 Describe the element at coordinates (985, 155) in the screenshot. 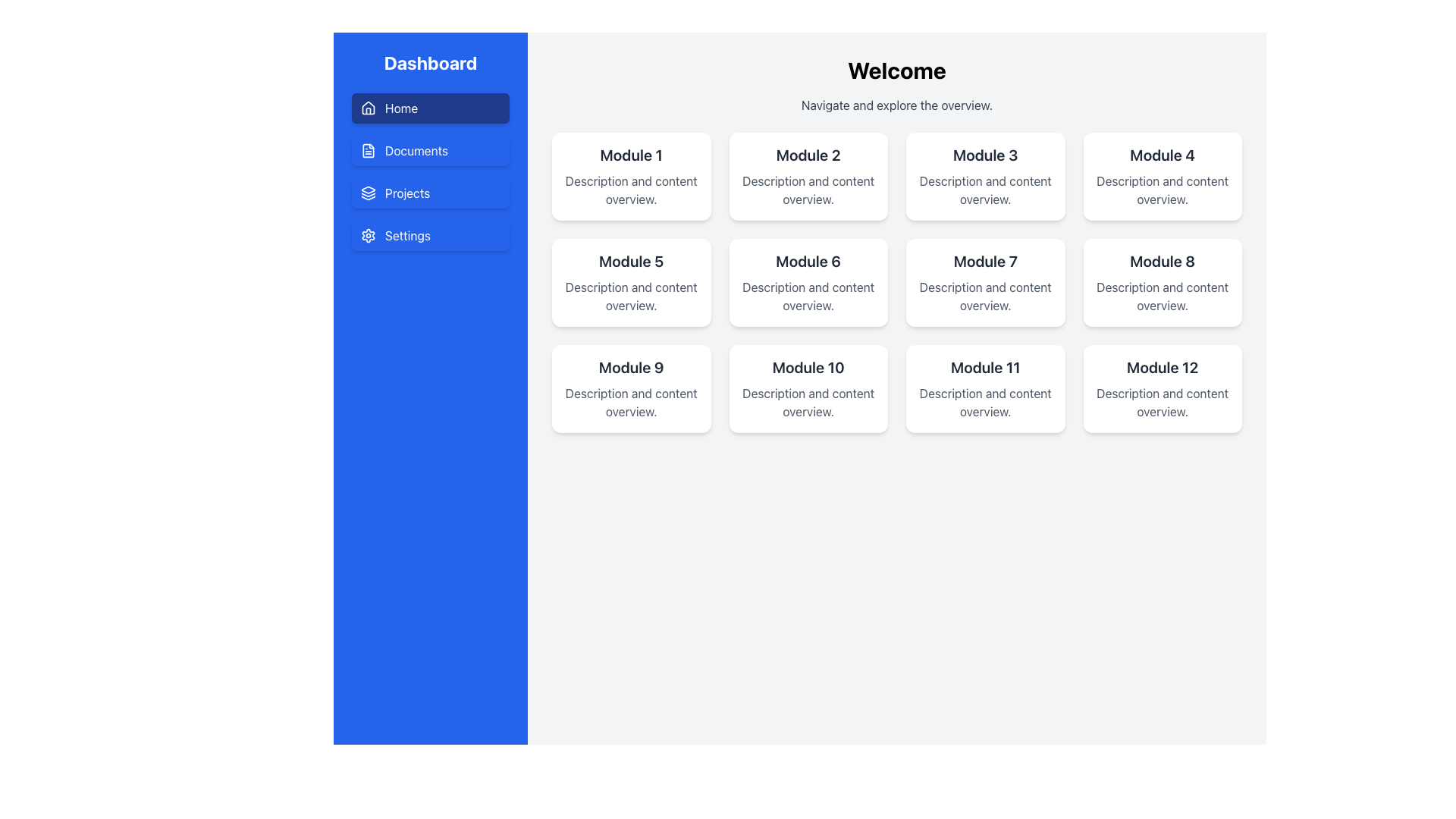

I see `the text element labeled 'Module 3', which is displayed in a bold, large font and located within a white card in the grid layout of module cards` at that location.